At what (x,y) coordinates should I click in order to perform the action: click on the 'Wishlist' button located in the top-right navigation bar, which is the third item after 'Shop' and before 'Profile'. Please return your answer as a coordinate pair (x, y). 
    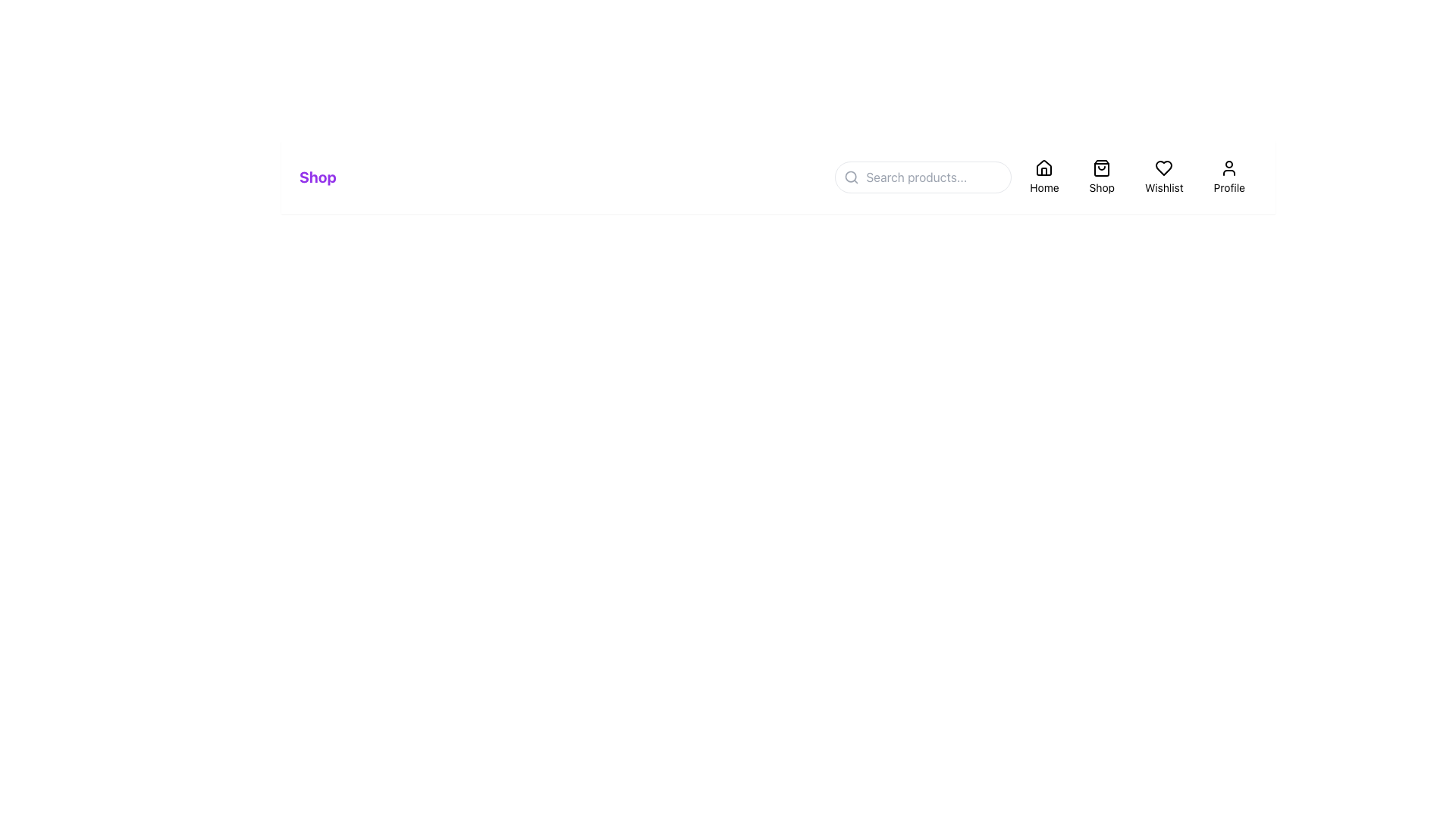
    Looking at the image, I should click on (1163, 177).